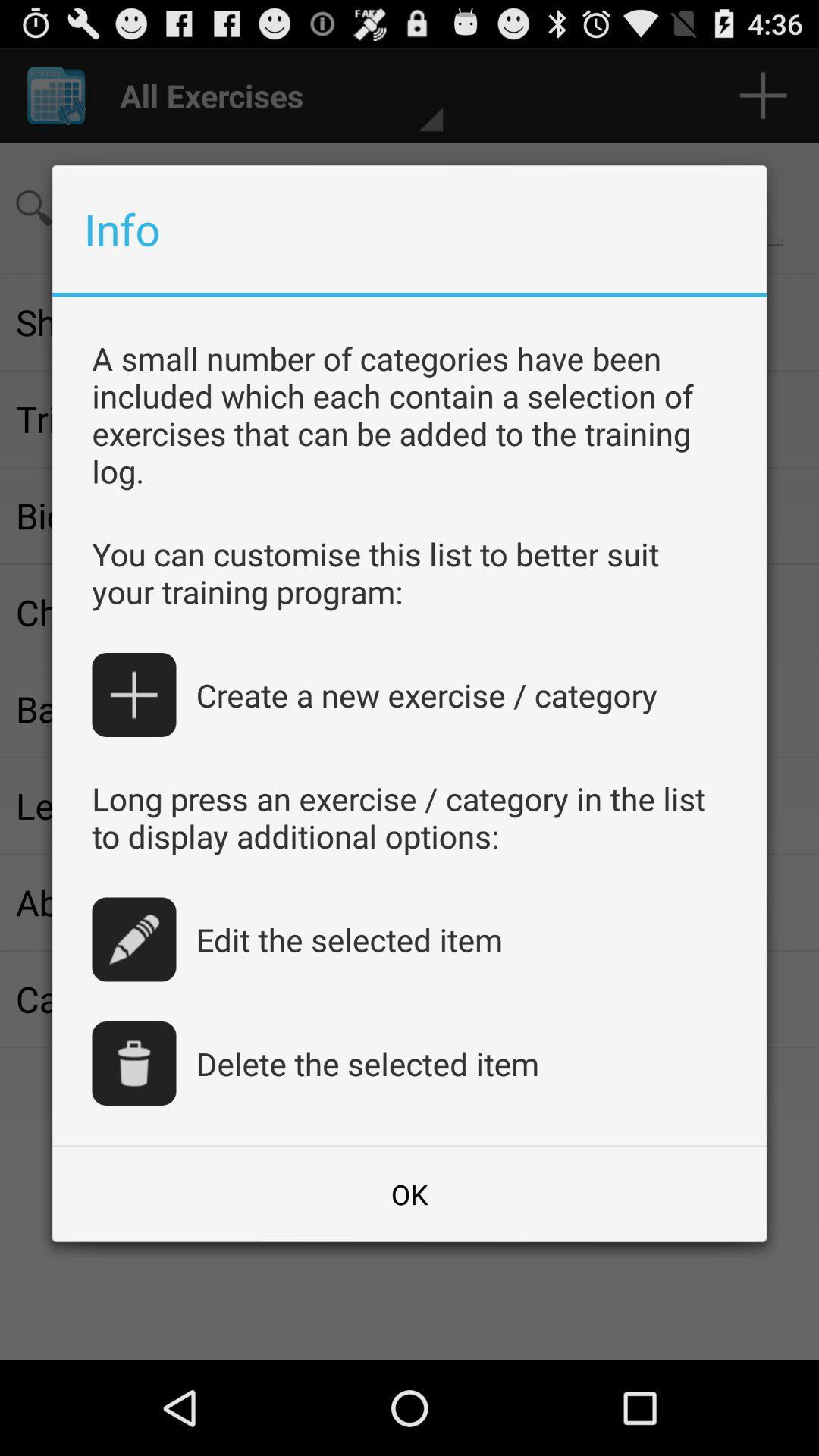 The height and width of the screenshot is (1456, 819). What do you see at coordinates (409, 1193) in the screenshot?
I see `the ok icon` at bounding box center [409, 1193].